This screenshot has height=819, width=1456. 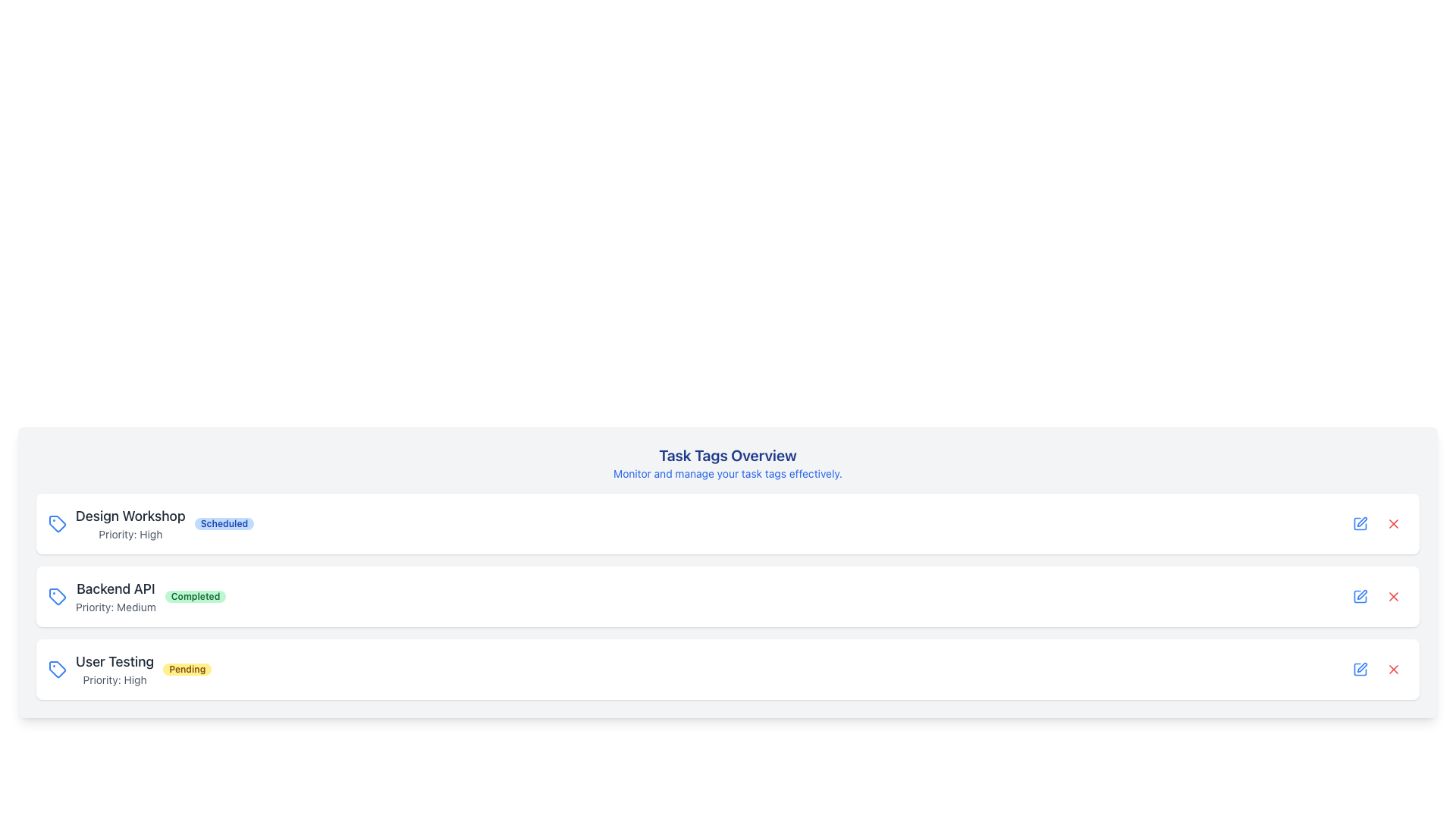 What do you see at coordinates (1362, 594) in the screenshot?
I see `the 'edit' icon in the SVG component associated with the 'User Testing' task` at bounding box center [1362, 594].